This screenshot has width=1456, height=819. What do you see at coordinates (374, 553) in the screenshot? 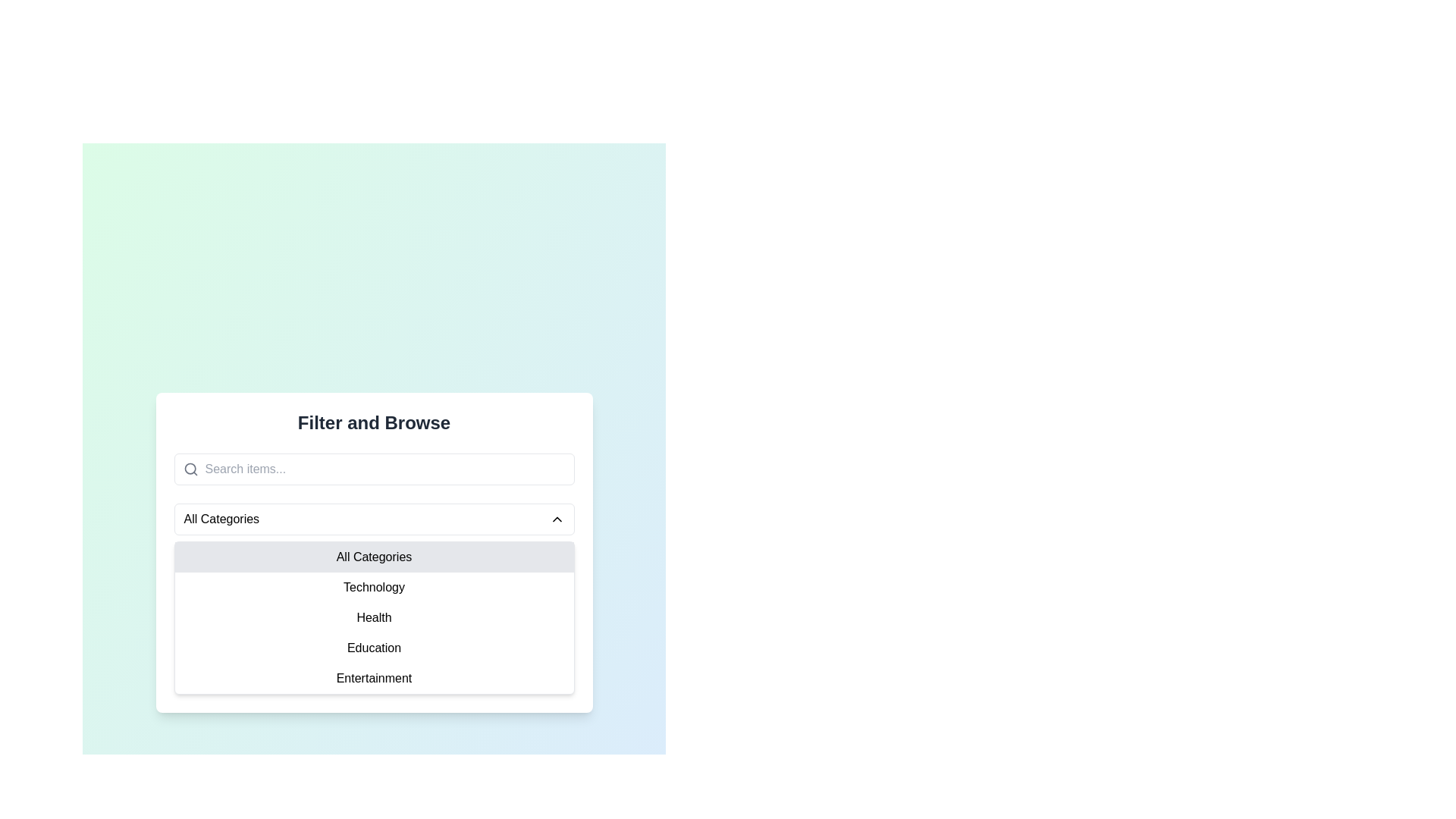
I see `the first option in the dropdown menu below the 'All Categories' selector button` at bounding box center [374, 553].